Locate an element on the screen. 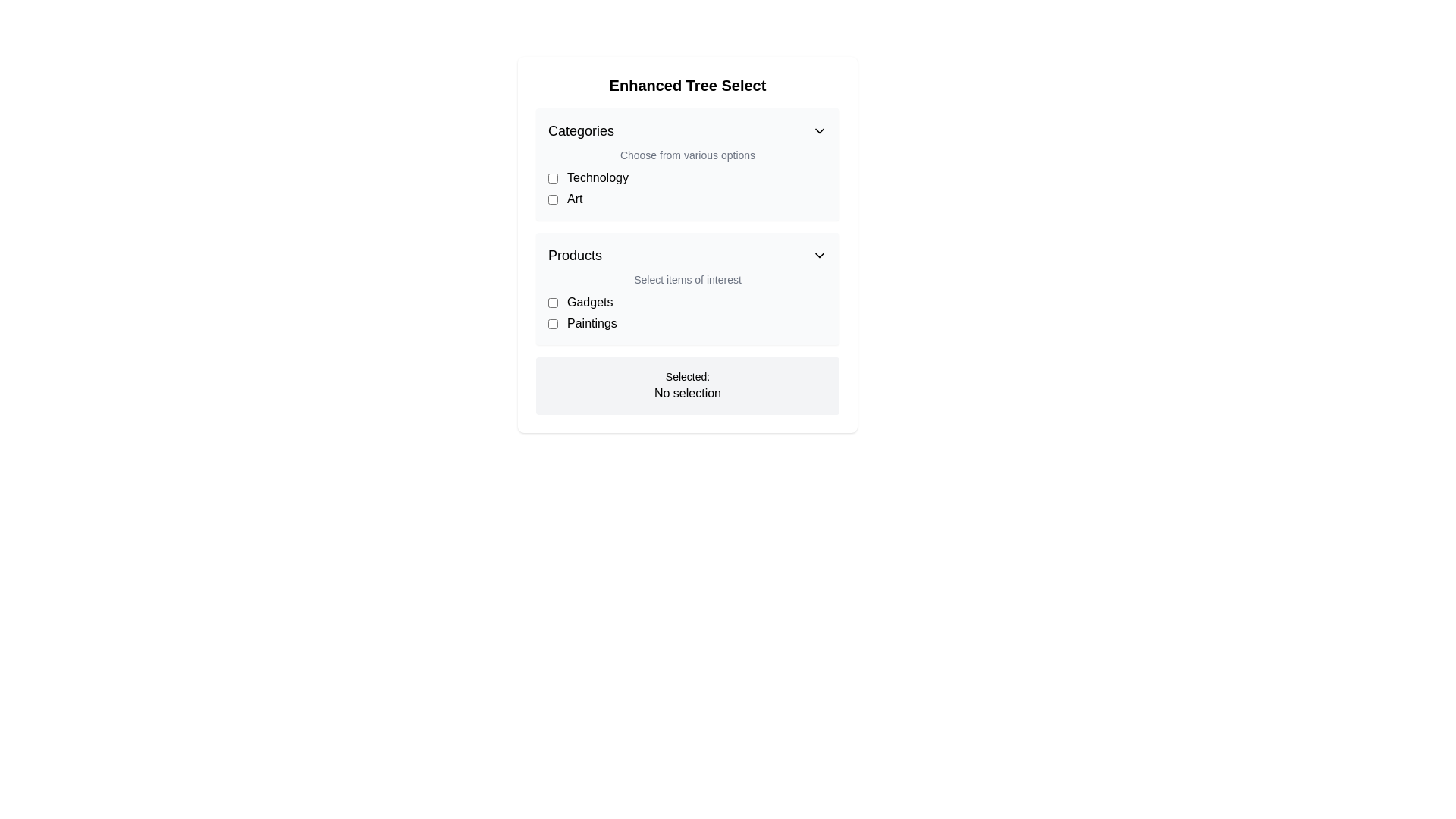 The width and height of the screenshot is (1456, 819). the gray text label reading 'Select items of interest' located beneath the 'Products' header is located at coordinates (687, 280).